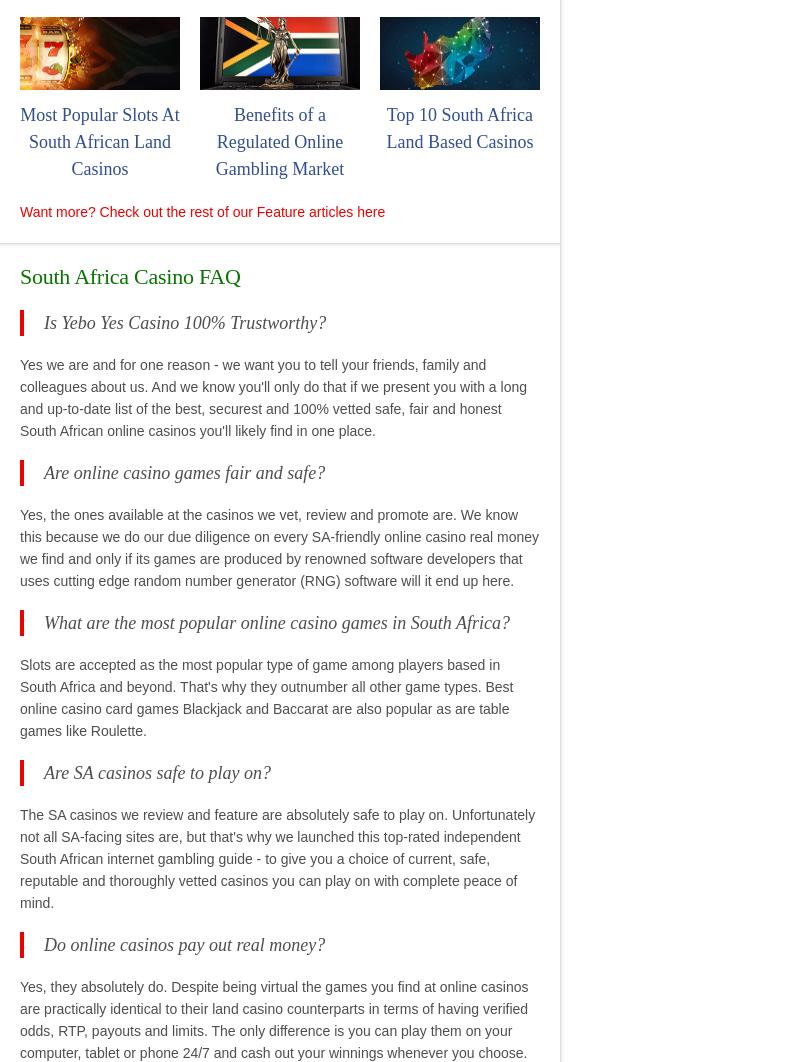 The image size is (800, 1062). I want to click on 'Most Popular Slots At South African Land Casinos', so click(99, 141).